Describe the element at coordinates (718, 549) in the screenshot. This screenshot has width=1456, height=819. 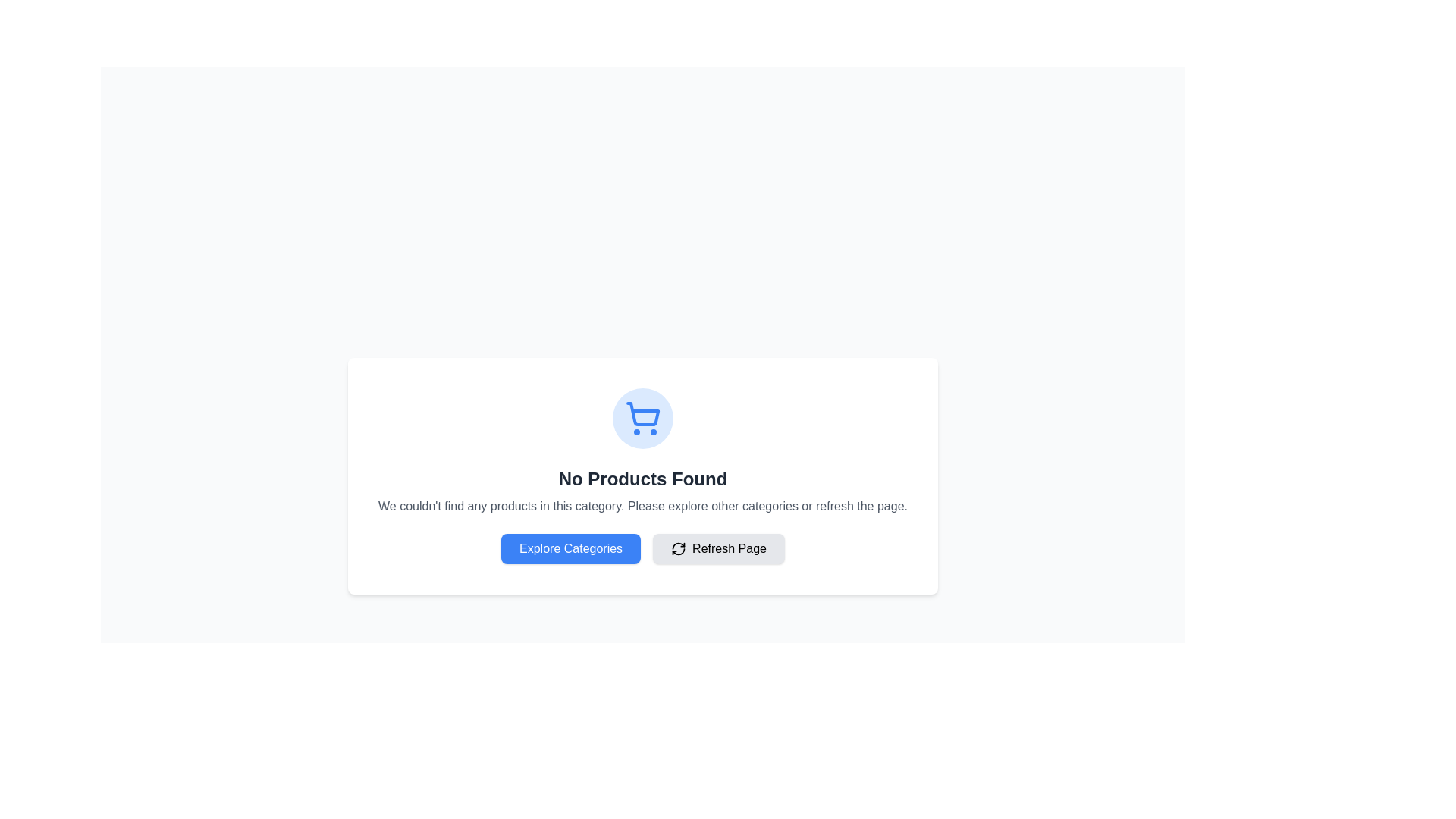
I see `the refresh button located near the center of the interface, slightly to the right of the middle, which is the second button on the bottom bar beneath the 'No Products Found' message` at that location.